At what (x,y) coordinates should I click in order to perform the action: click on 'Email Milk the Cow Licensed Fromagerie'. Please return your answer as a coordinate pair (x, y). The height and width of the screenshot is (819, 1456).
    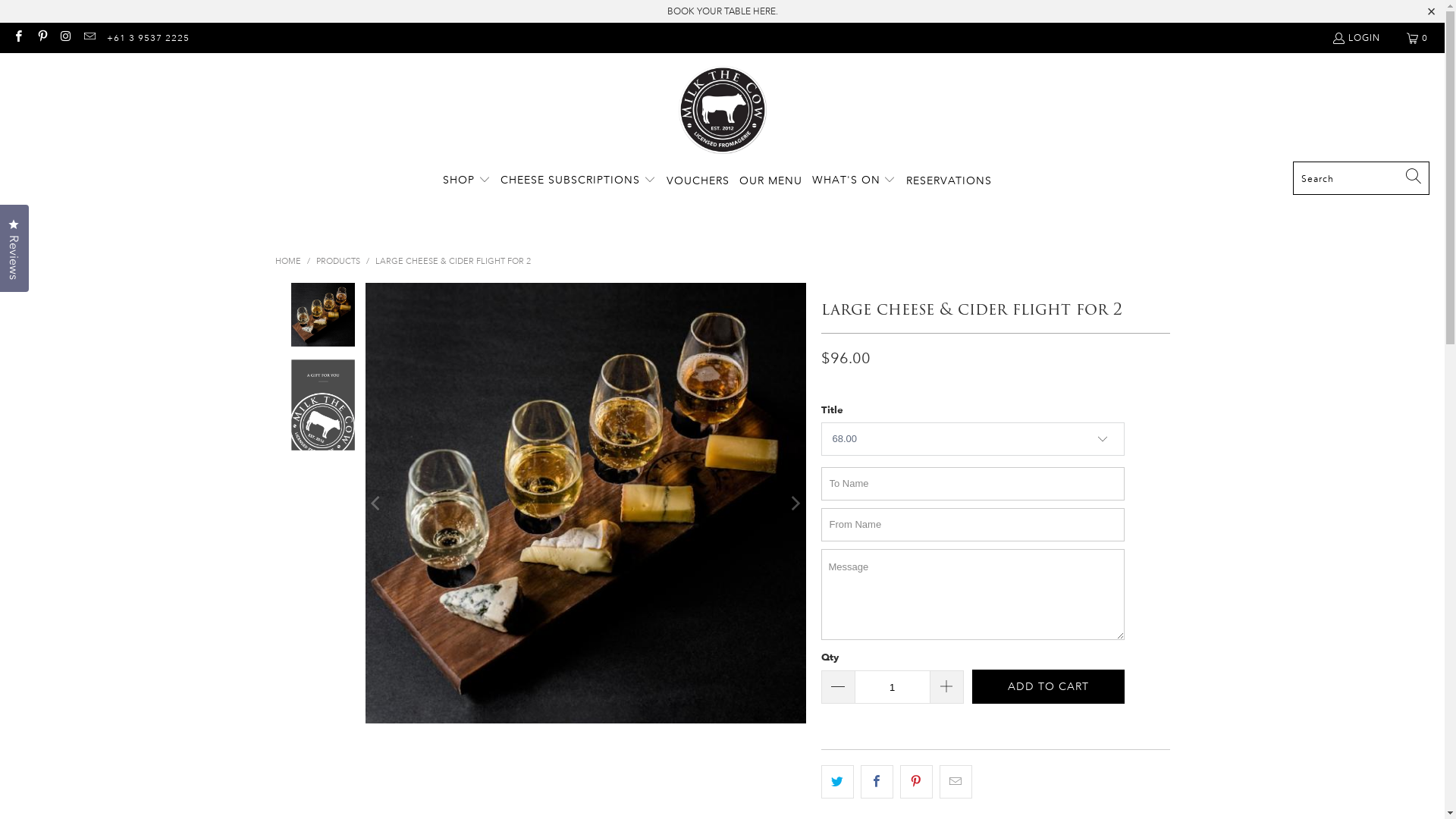
    Looking at the image, I should click on (88, 36).